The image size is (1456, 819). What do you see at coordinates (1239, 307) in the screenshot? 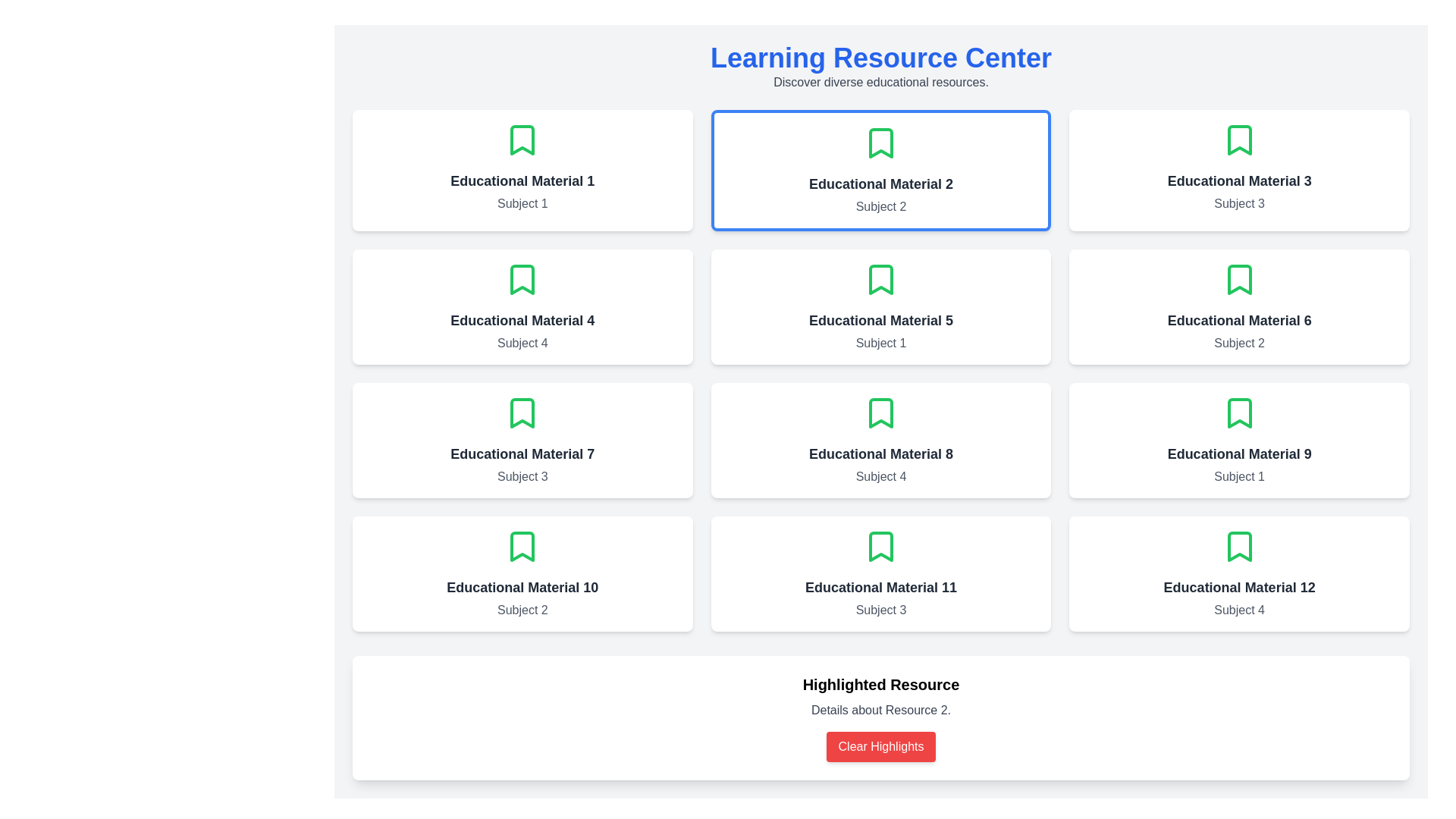
I see `the Card component representing an educational resource, located` at bounding box center [1239, 307].